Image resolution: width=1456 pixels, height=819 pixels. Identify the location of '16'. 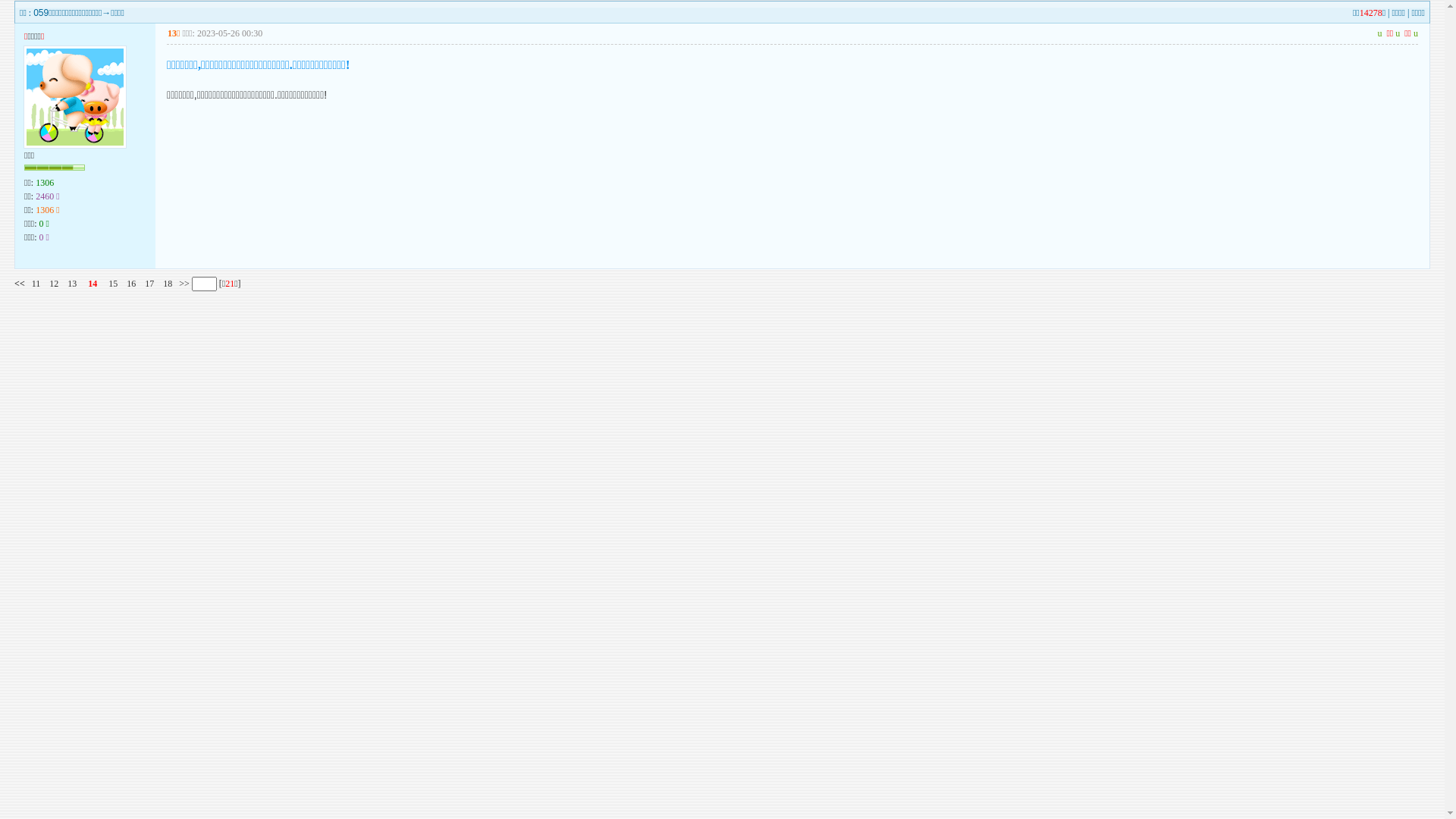
(130, 284).